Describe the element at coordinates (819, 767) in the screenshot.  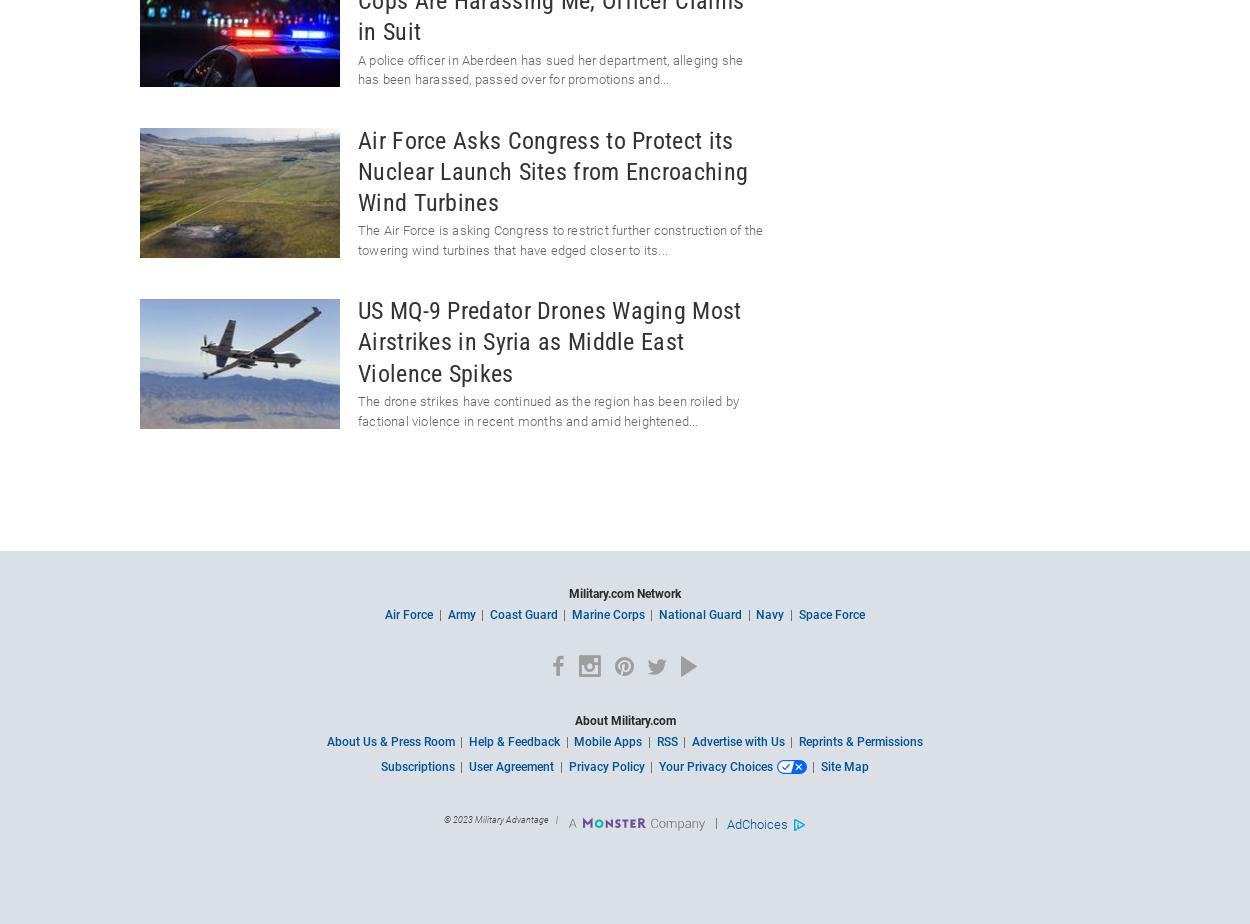
I see `'Site Map'` at that location.